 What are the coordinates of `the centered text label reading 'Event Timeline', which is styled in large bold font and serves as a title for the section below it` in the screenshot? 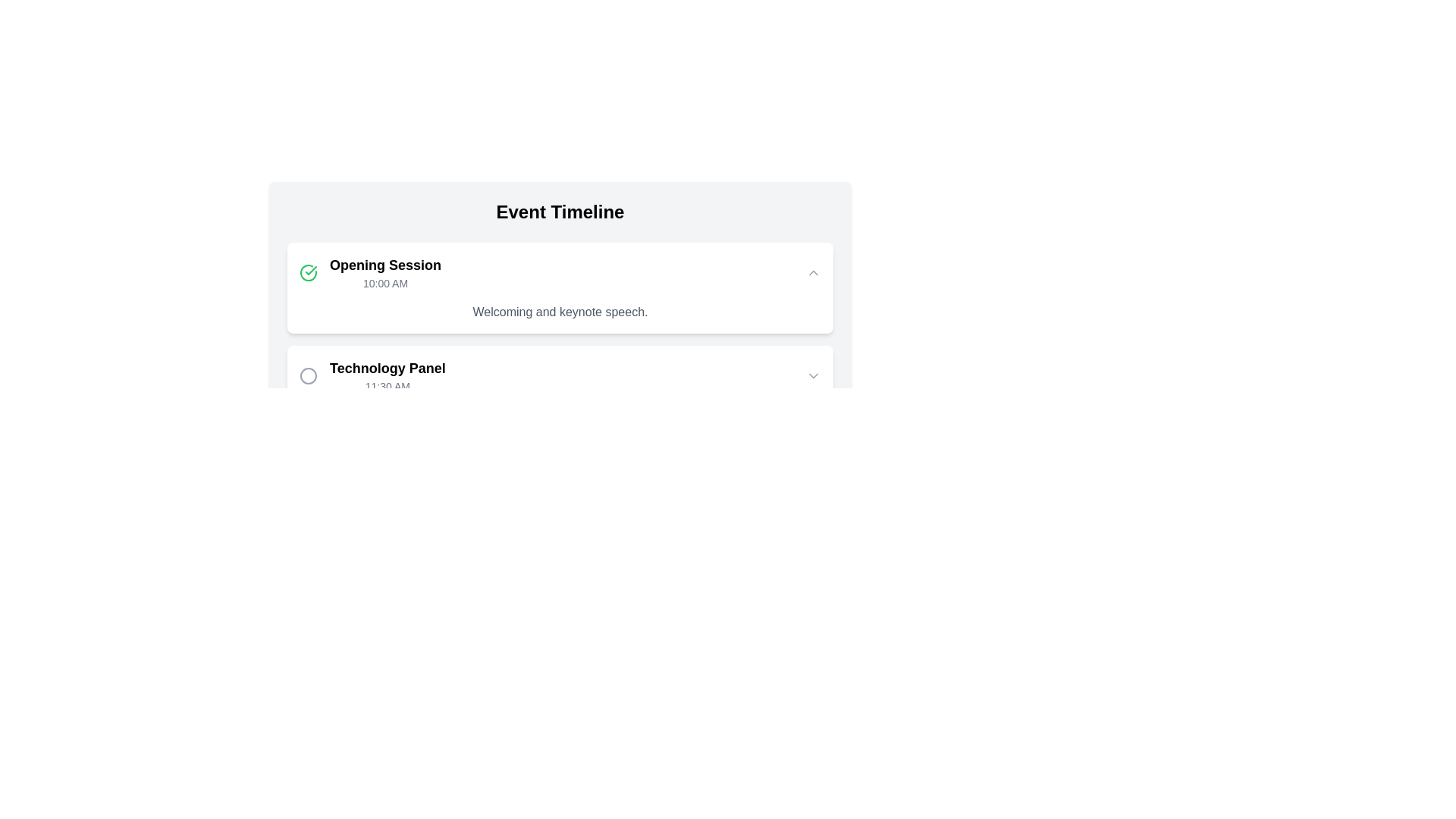 It's located at (560, 212).